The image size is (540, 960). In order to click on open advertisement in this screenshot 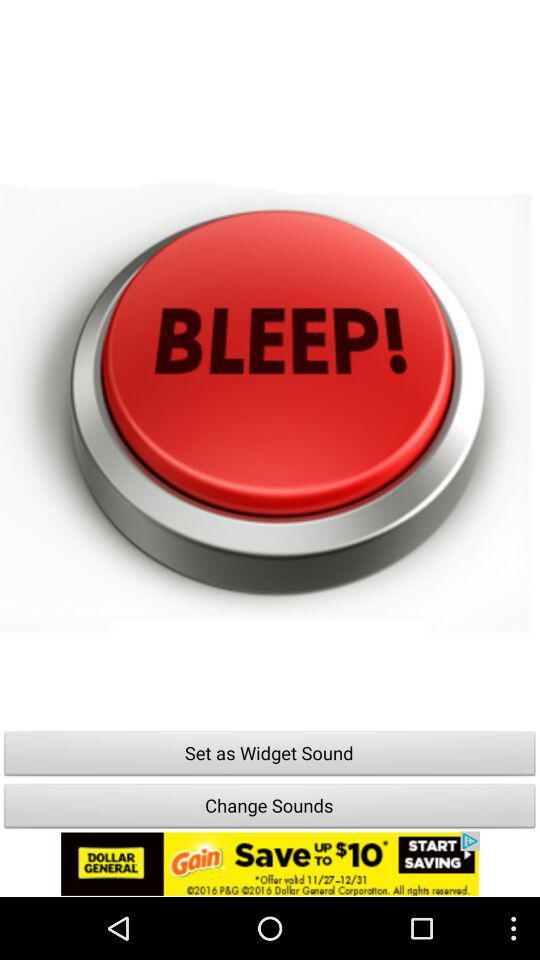, I will do `click(270, 863)`.